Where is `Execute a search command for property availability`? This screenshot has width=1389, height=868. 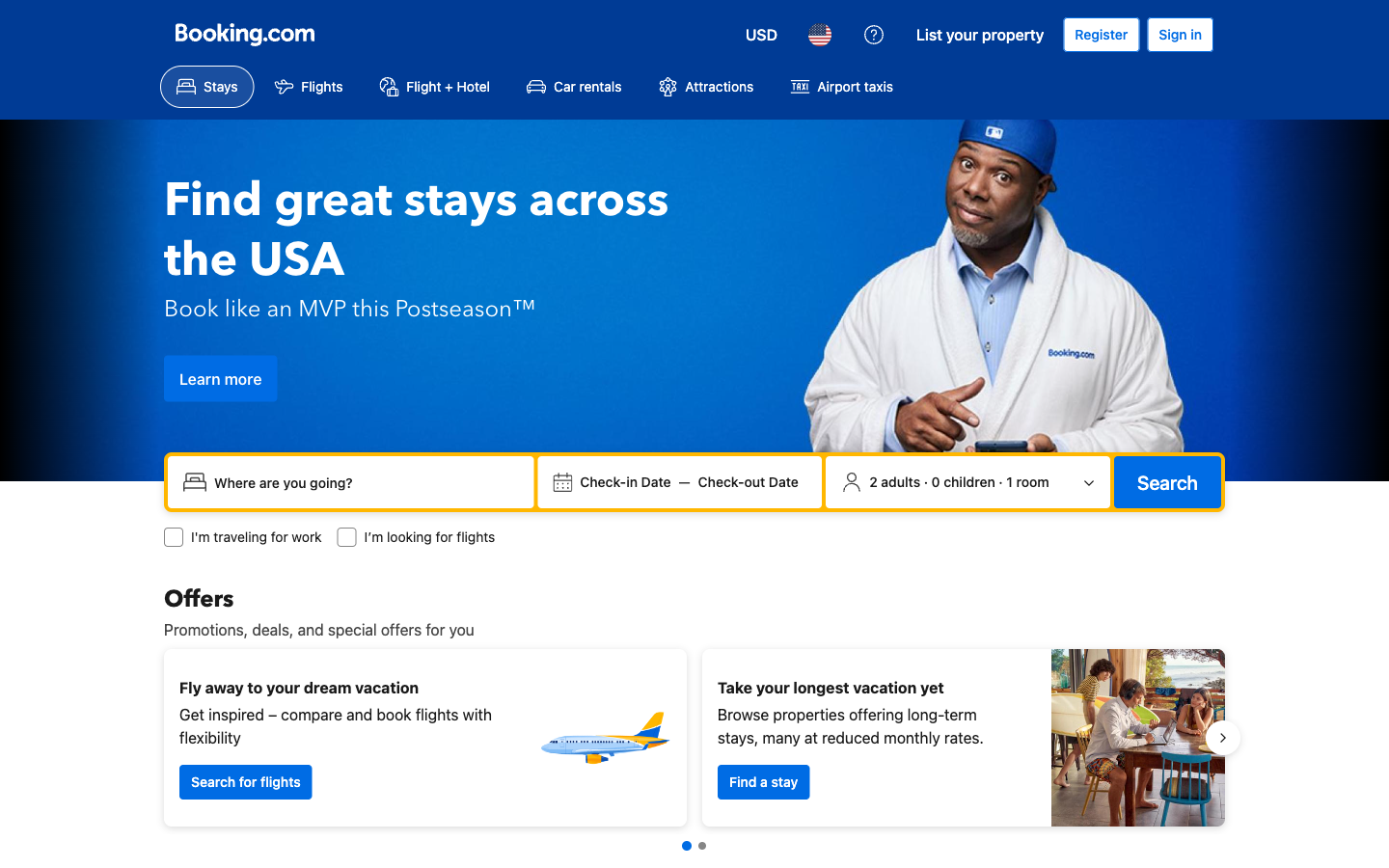
Execute a search command for property availability is located at coordinates (1166, 481).